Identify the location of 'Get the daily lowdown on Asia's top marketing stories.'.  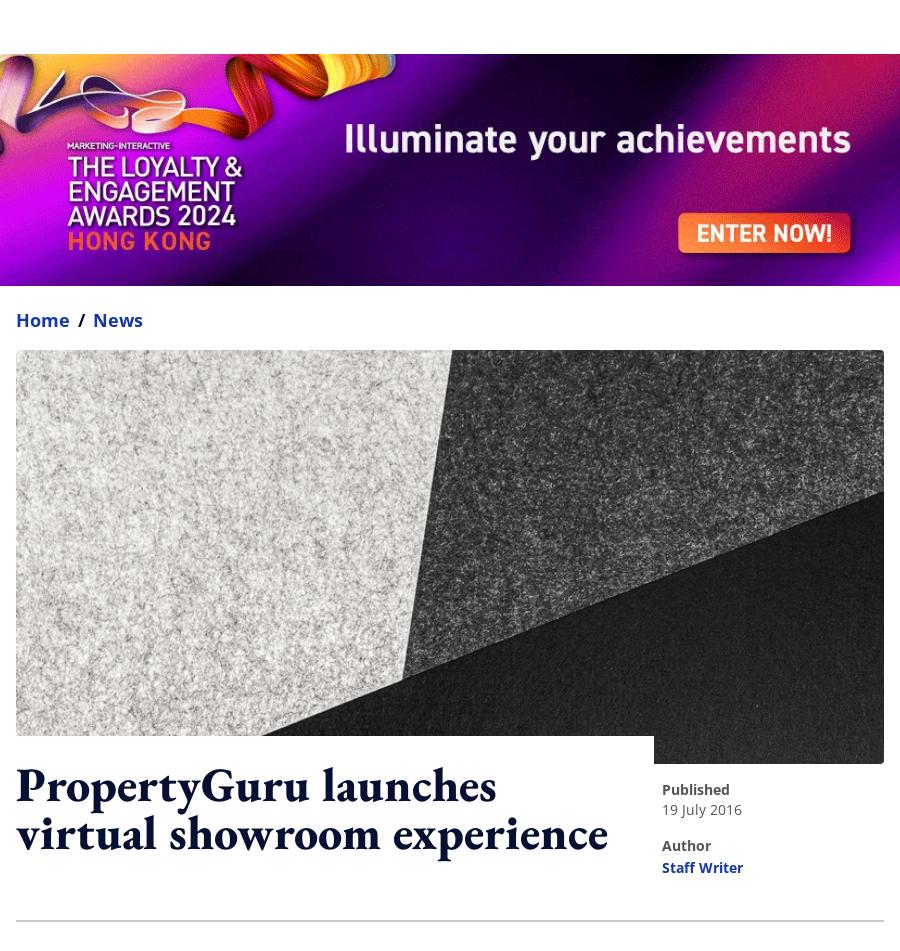
(355, 618).